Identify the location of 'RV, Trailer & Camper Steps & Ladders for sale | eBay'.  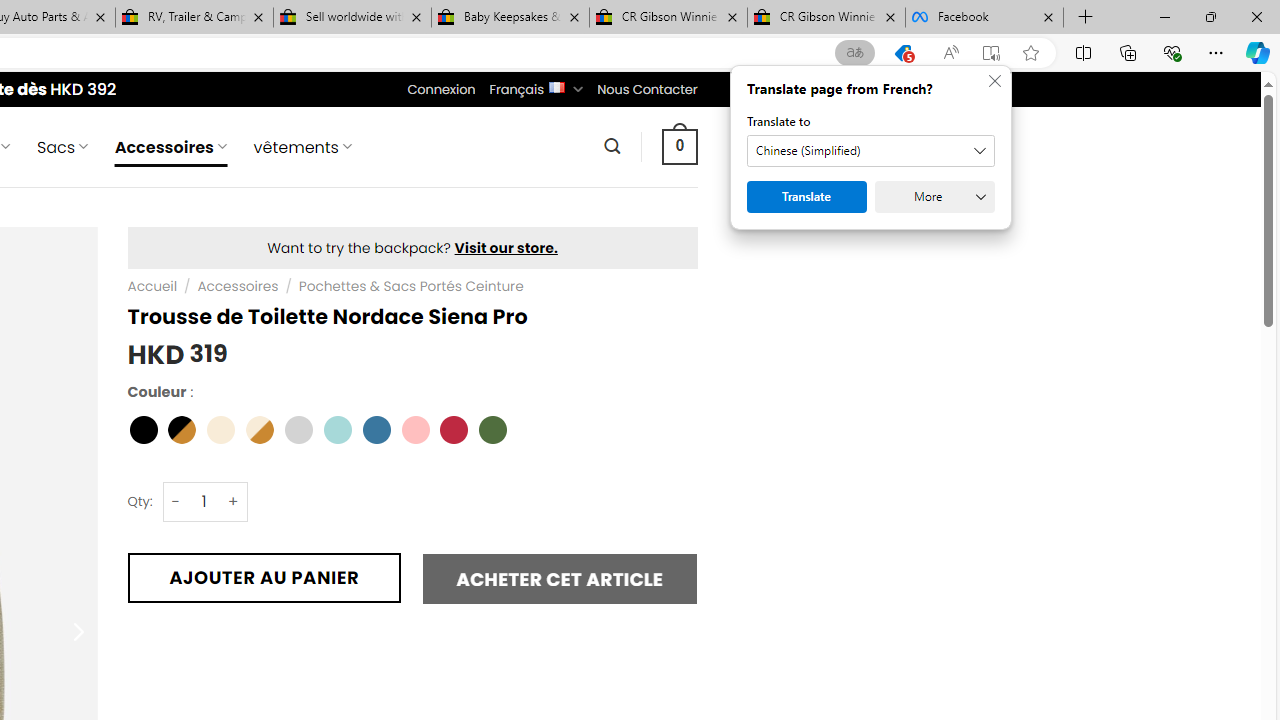
(194, 17).